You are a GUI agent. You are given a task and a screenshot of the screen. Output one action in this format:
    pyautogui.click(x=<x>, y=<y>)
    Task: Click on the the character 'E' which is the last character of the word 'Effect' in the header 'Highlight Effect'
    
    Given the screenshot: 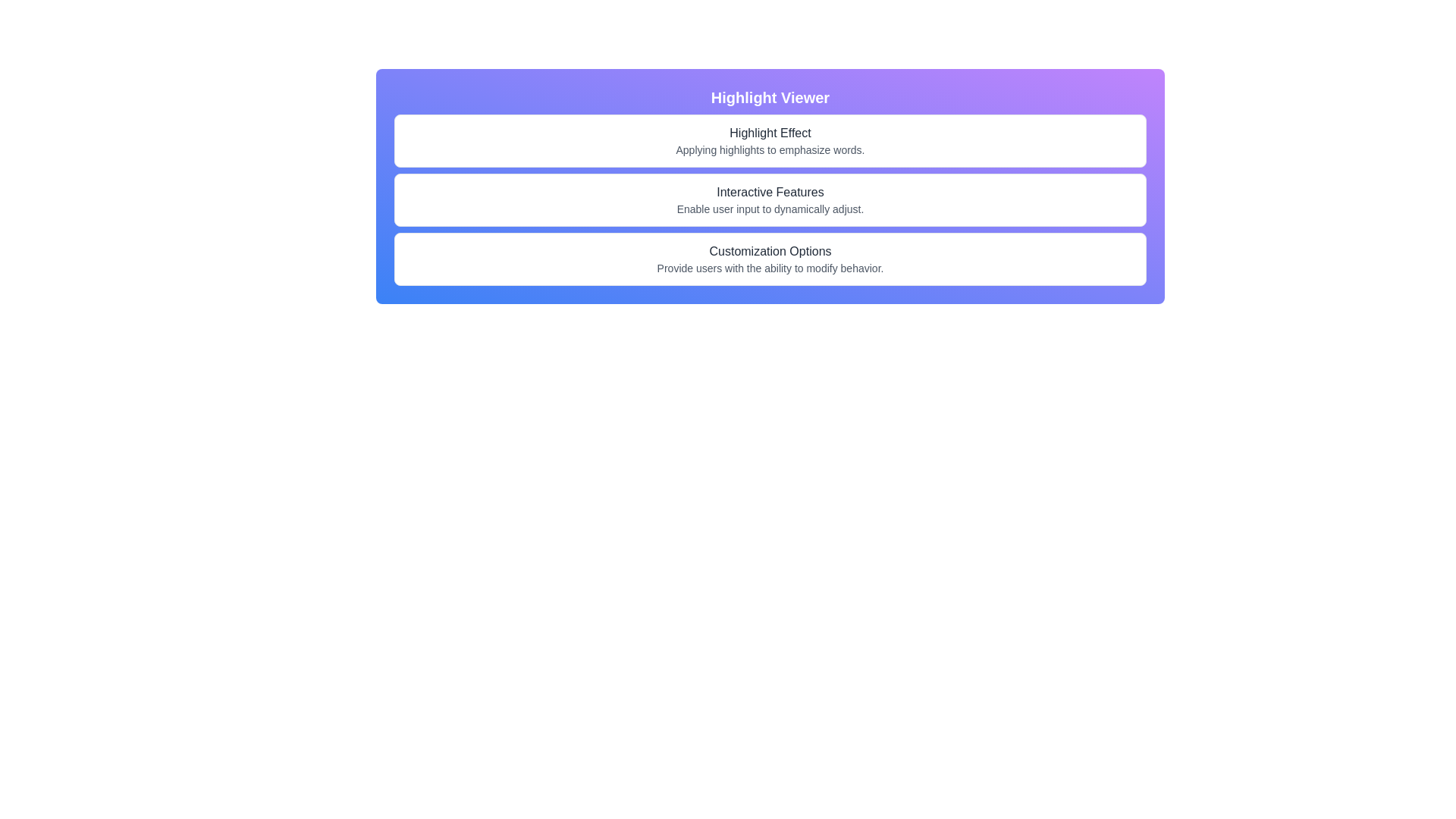 What is the action you would take?
    pyautogui.click(x=784, y=132)
    